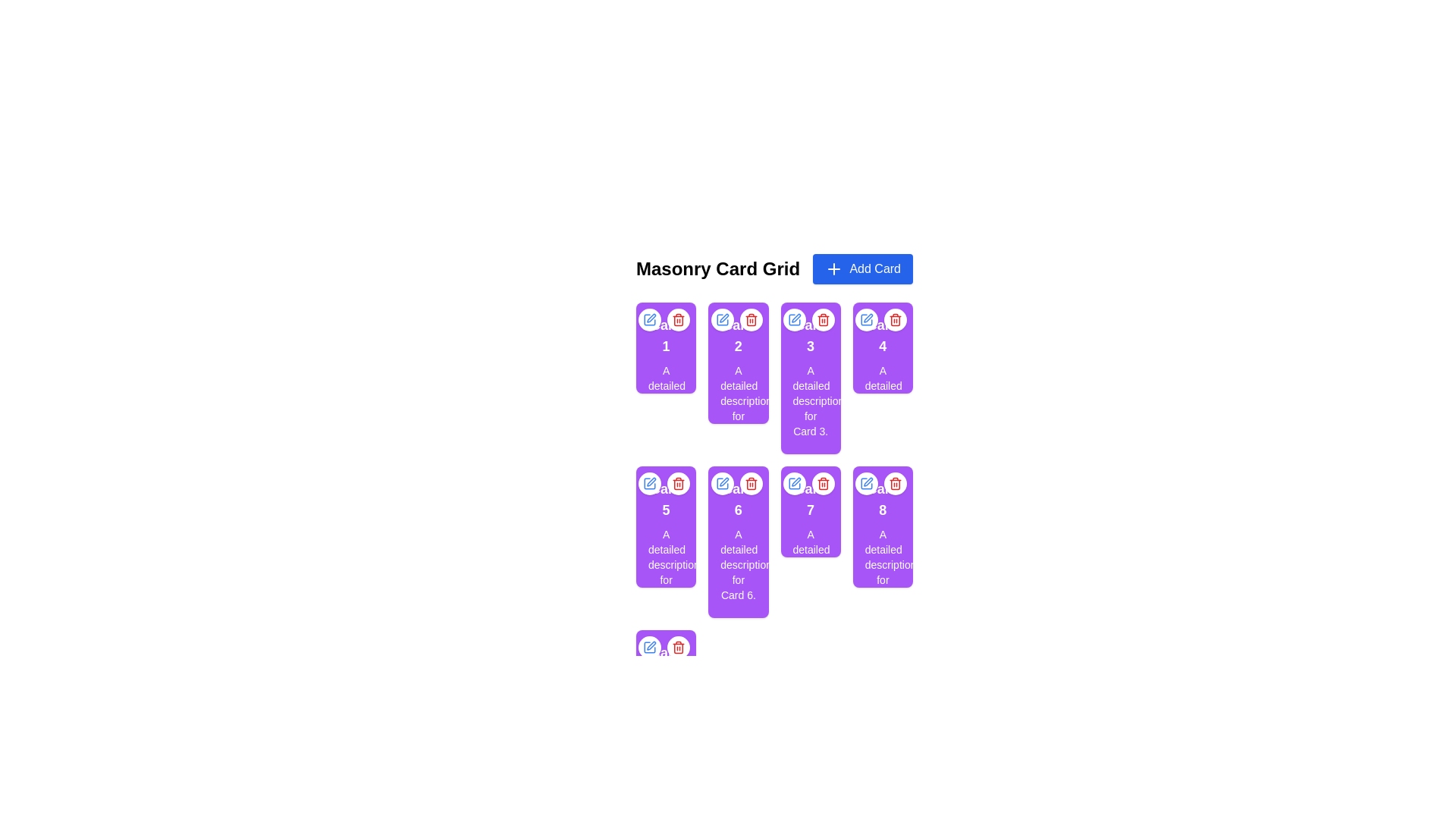 The width and height of the screenshot is (1456, 819). I want to click on the red trash bin icon button located at the top-right corner of the card, so click(678, 483).